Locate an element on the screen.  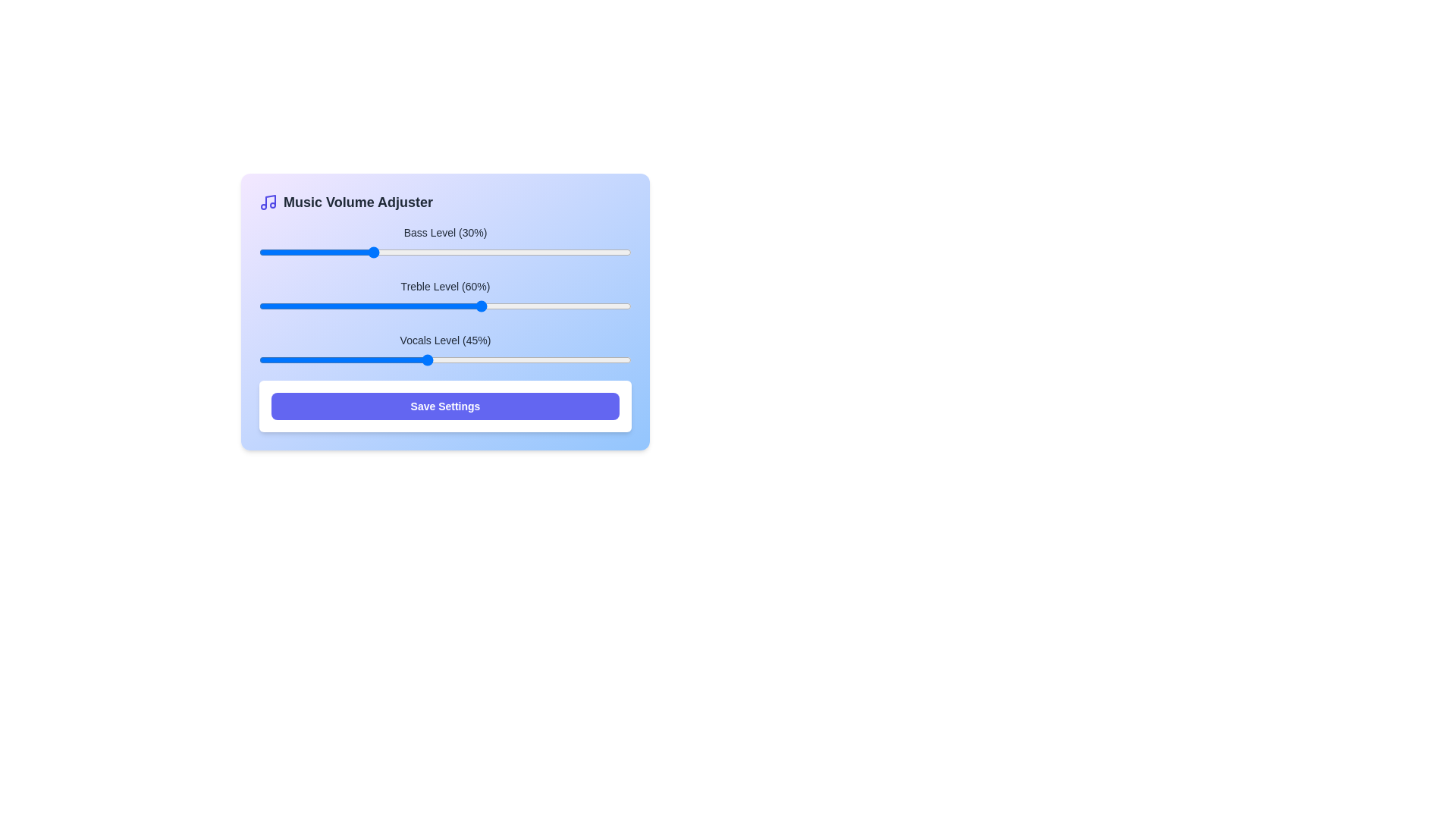
the blue thumb of the horizontal slider labeled 'Bass Level (30%)' is located at coordinates (444, 251).